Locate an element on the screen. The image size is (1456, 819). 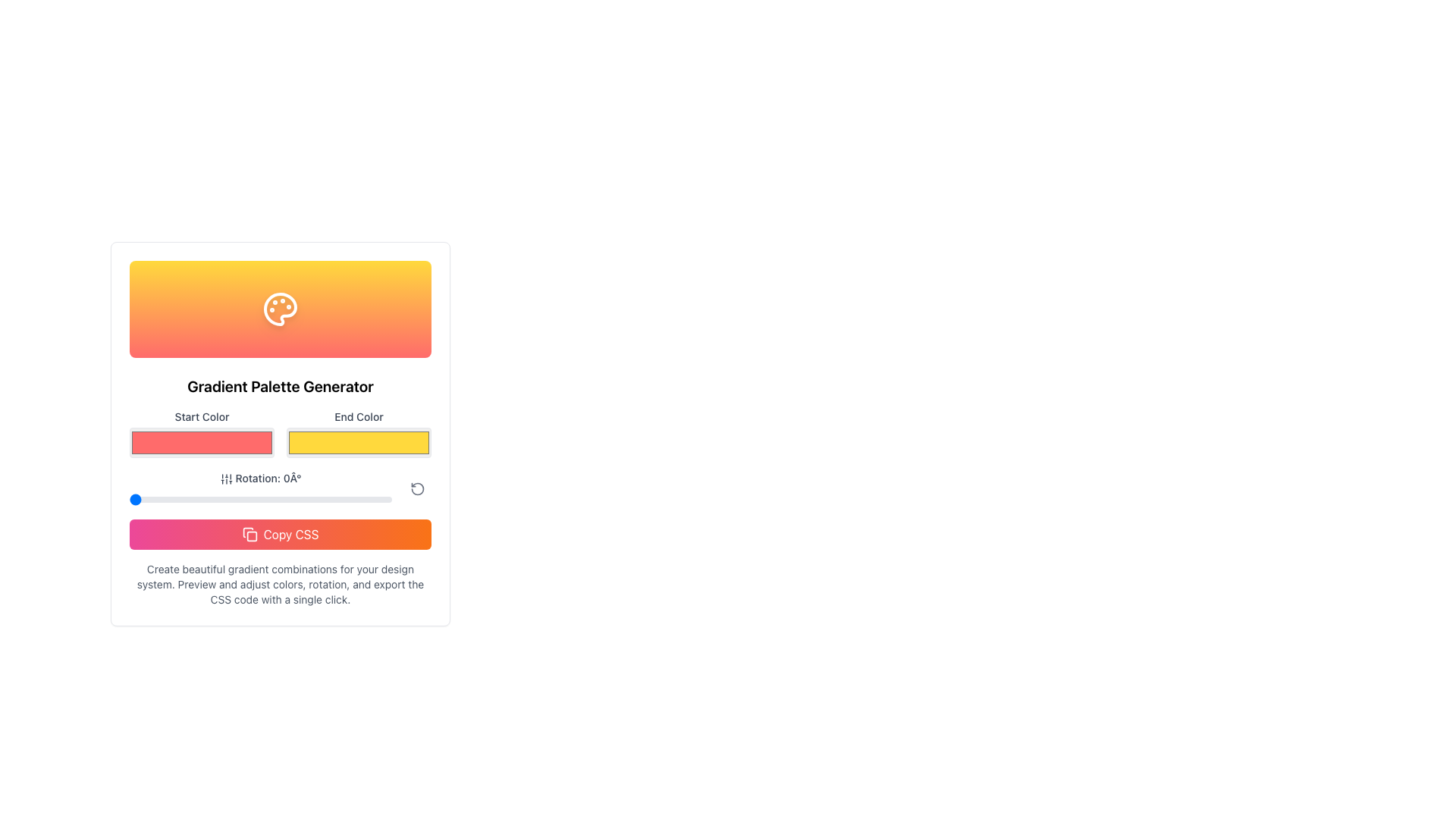
the 'Copy CSS' button located in the Configuration panel of the 'Gradient Palette Generator' interface to copy the CSS code is located at coordinates (280, 508).